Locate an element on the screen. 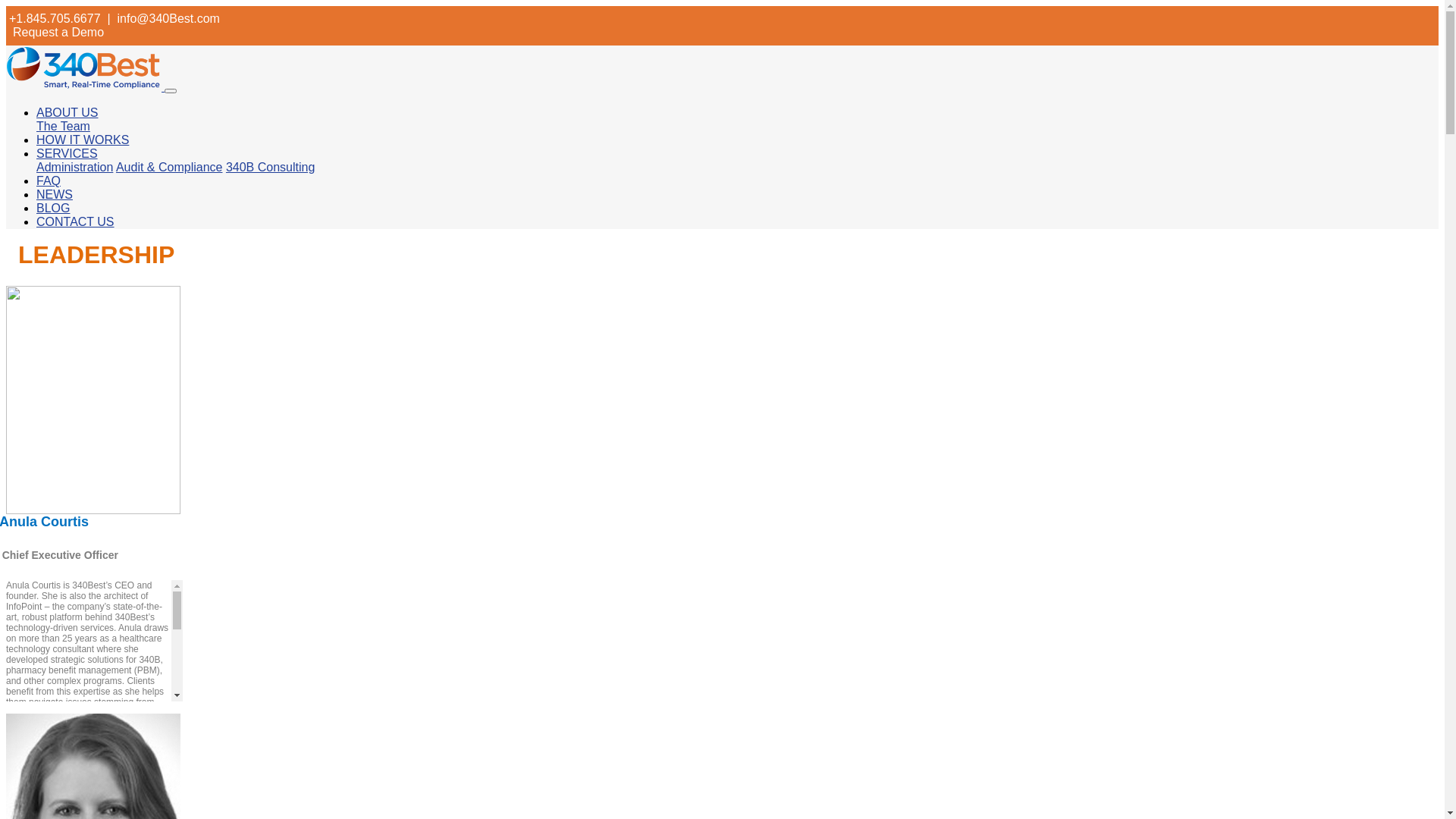 Image resolution: width=1456 pixels, height=819 pixels. 'NEWS' is located at coordinates (55, 193).